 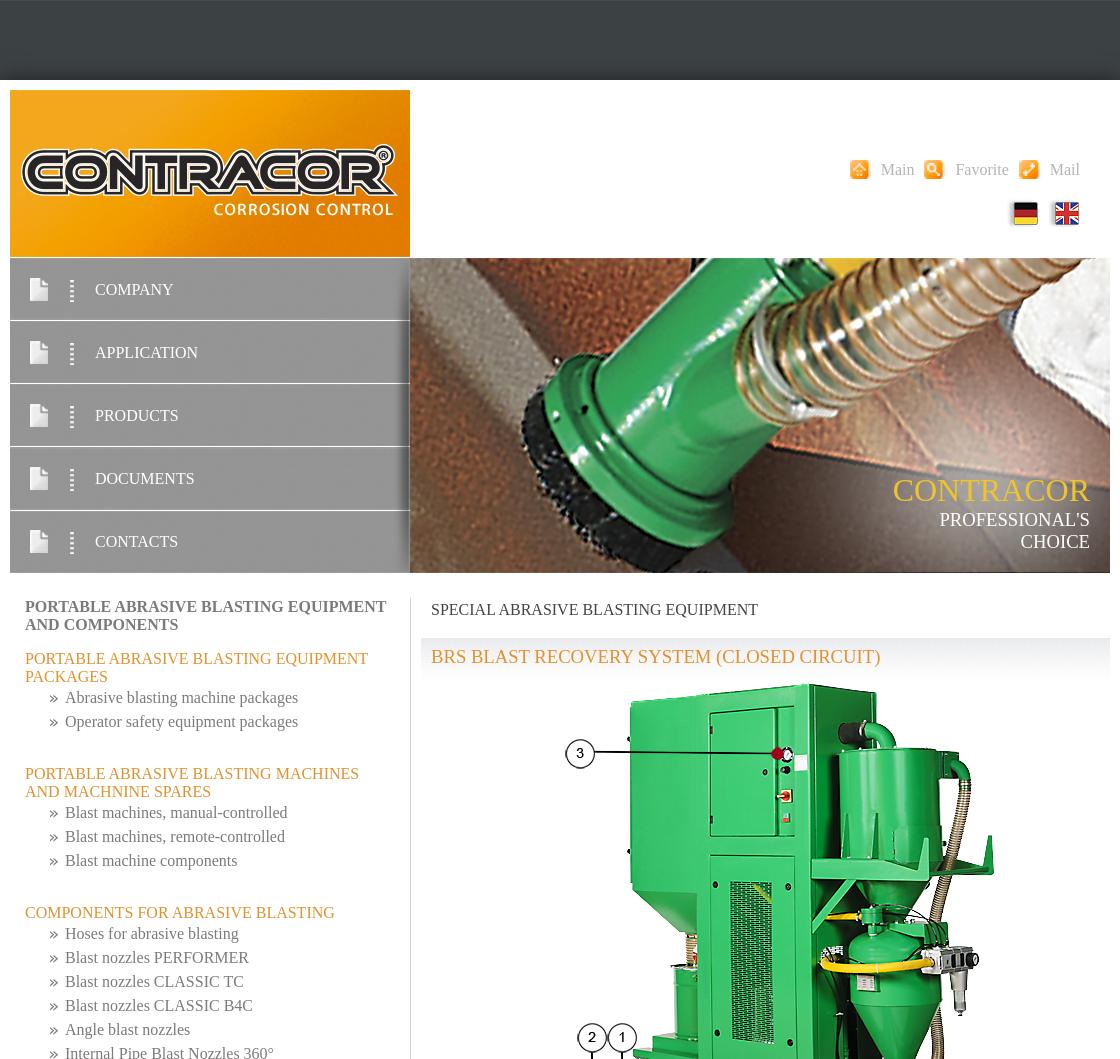 I want to click on 'APPLICATION', so click(x=146, y=351).